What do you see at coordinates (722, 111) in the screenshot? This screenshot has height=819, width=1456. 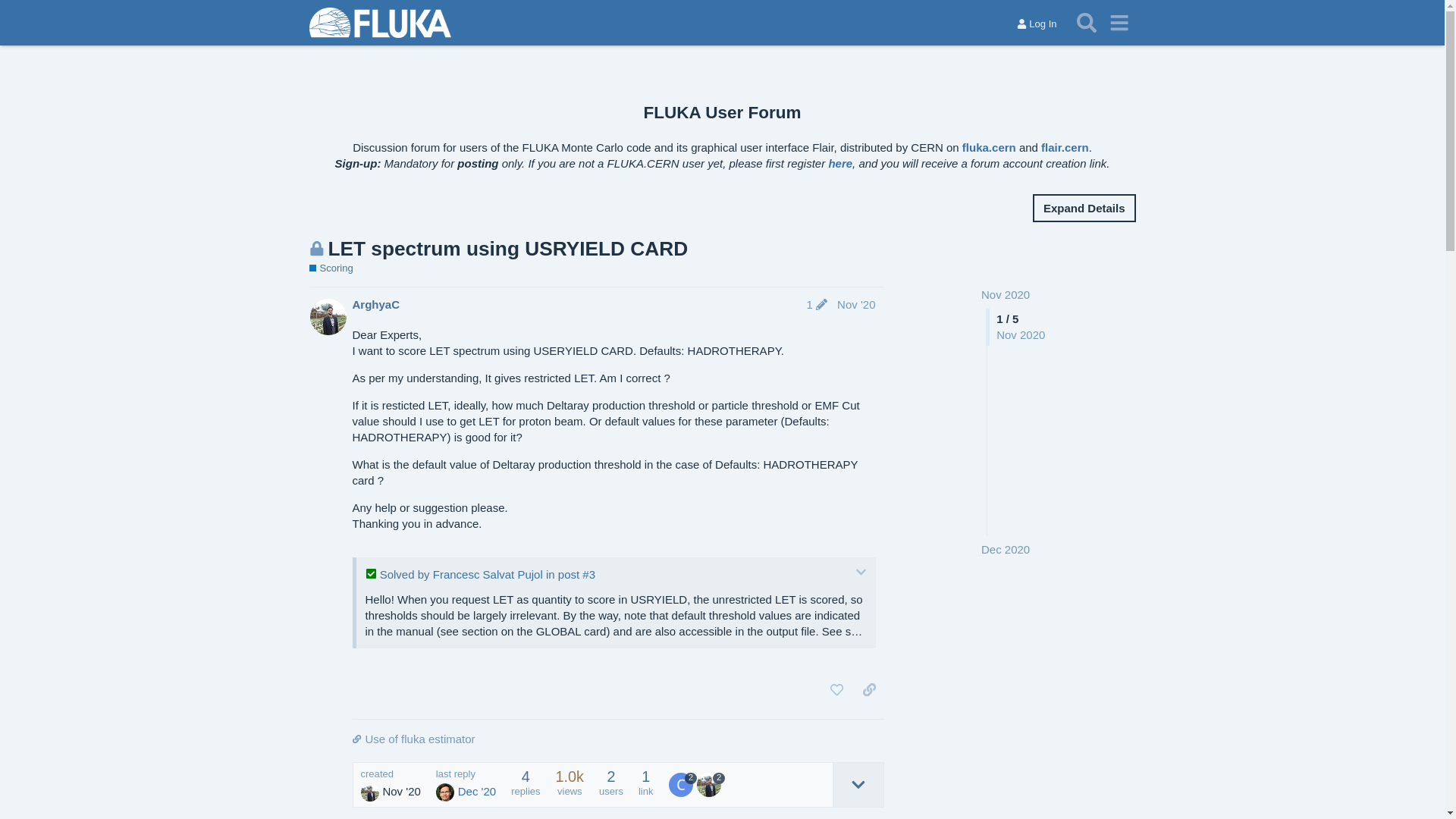 I see `'FLUKA User Forum'` at bounding box center [722, 111].